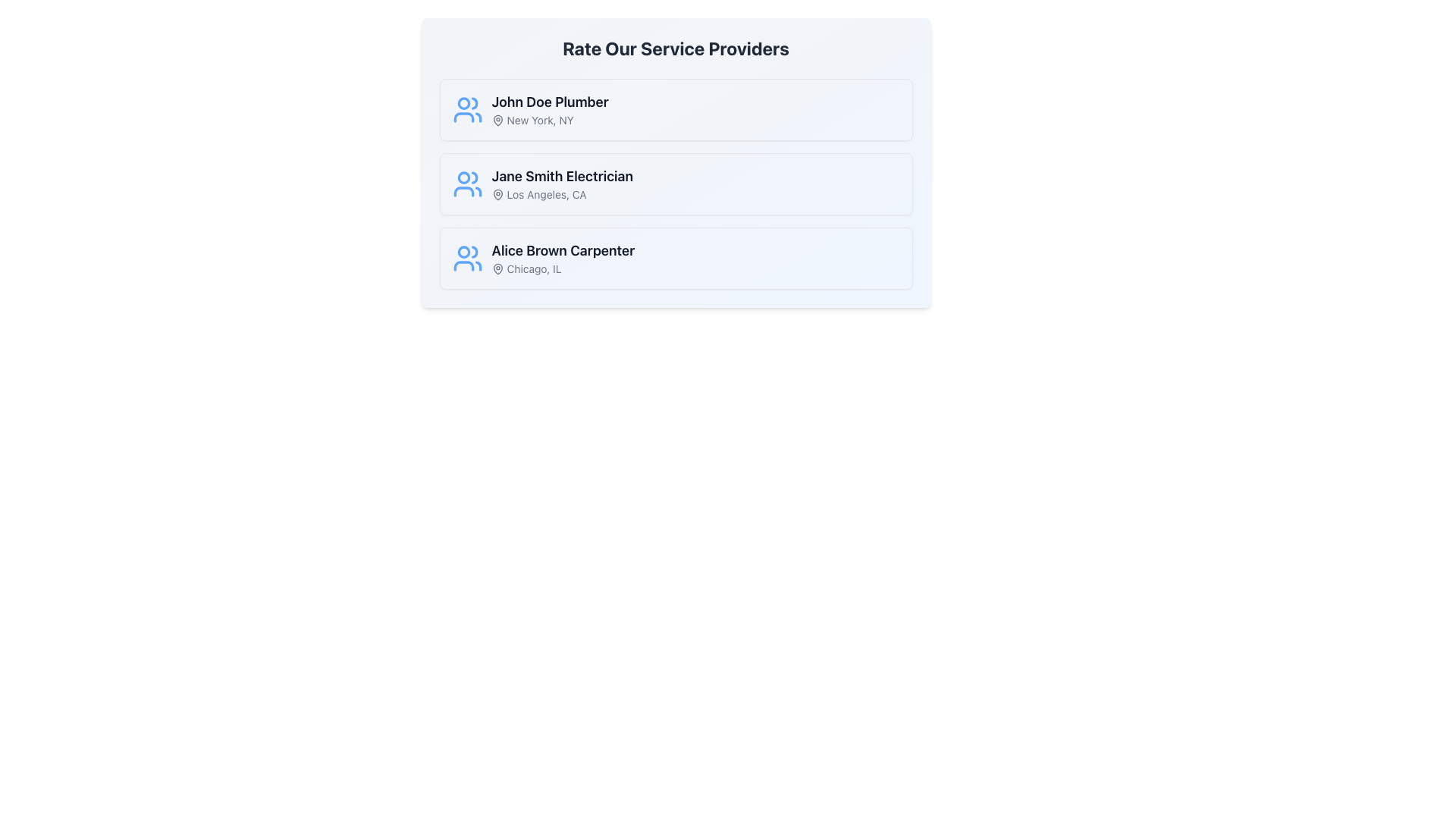 The width and height of the screenshot is (1456, 819). I want to click on the second service provider card labeled 'Jane Smith Electrician' in the list under 'Rate Our Service Providers', so click(675, 184).